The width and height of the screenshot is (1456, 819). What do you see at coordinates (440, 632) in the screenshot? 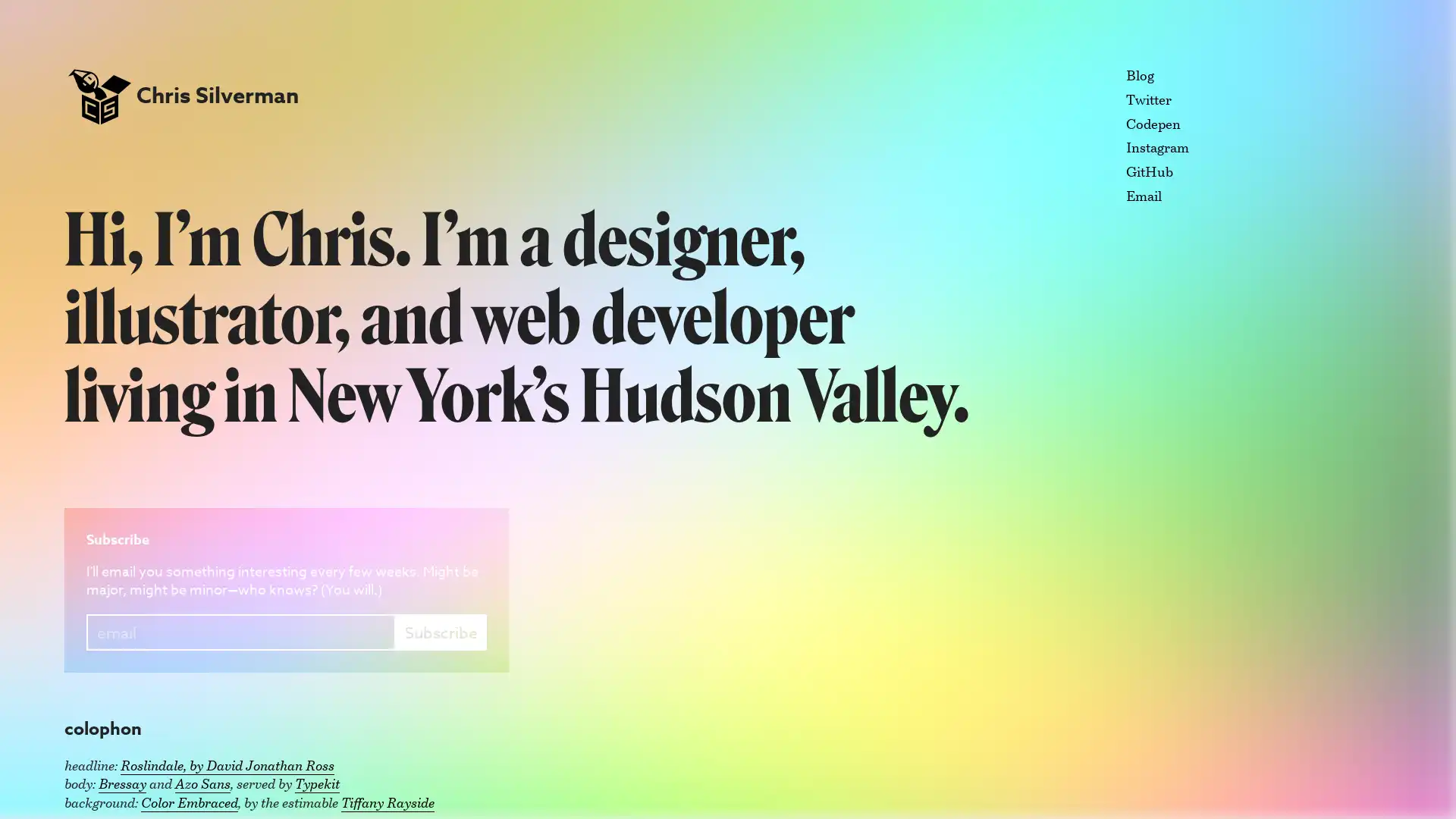
I see `Subscribe` at bounding box center [440, 632].